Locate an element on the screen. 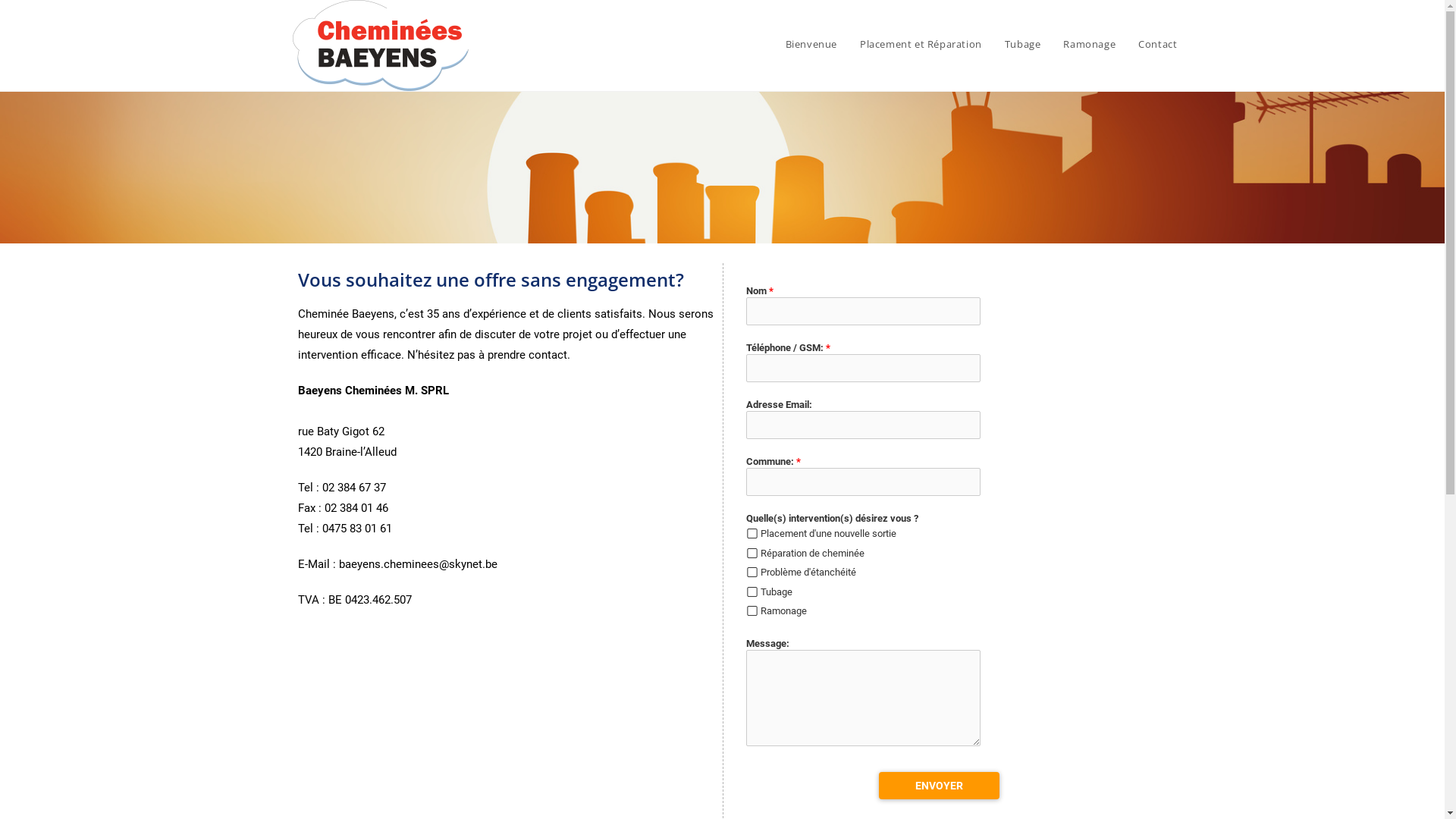  'Ramonage' is located at coordinates (1088, 42).